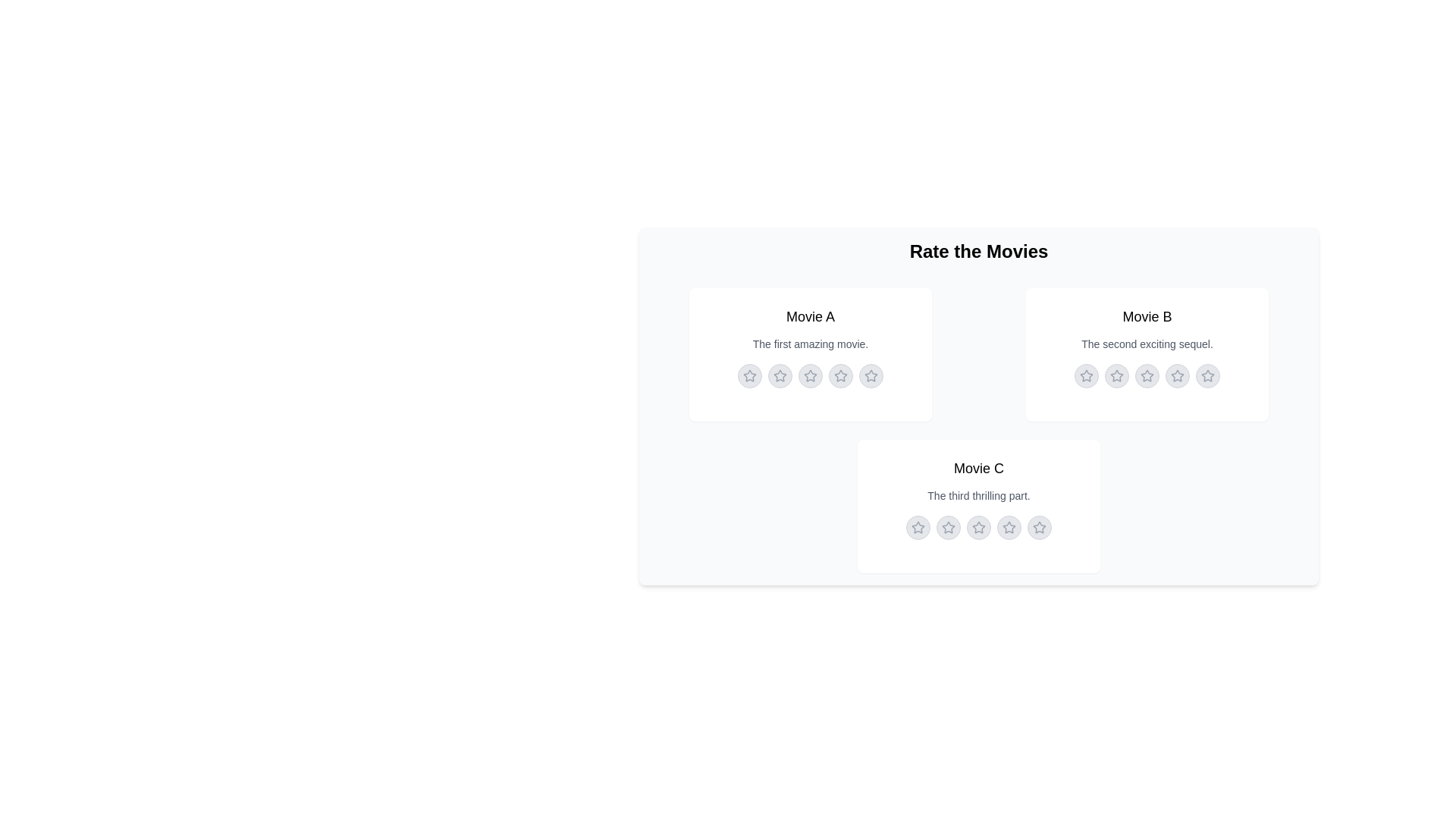  What do you see at coordinates (1116, 375) in the screenshot?
I see `the second star in the rating row under 'Movie B'` at bounding box center [1116, 375].